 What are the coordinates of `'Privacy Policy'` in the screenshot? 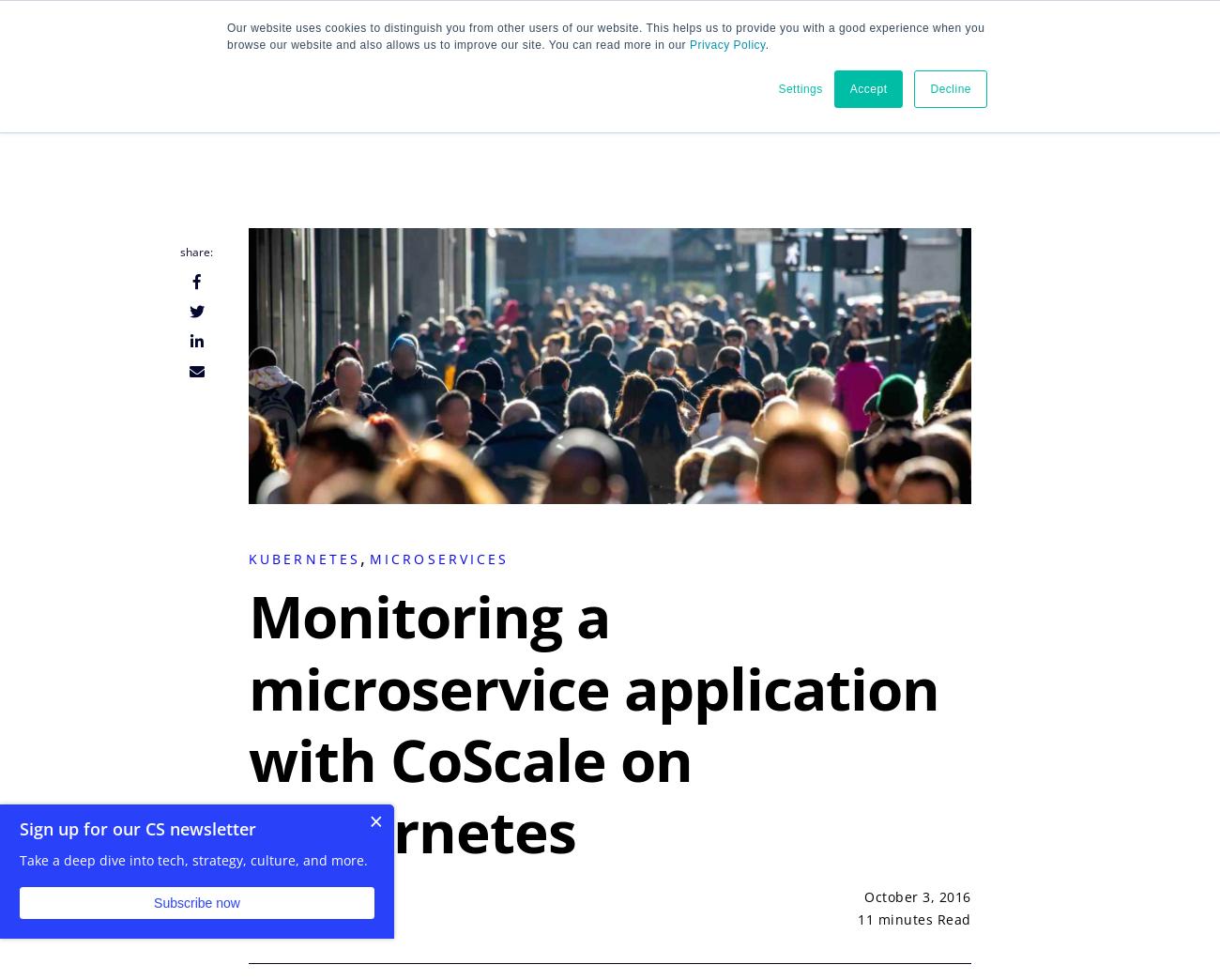 It's located at (725, 44).